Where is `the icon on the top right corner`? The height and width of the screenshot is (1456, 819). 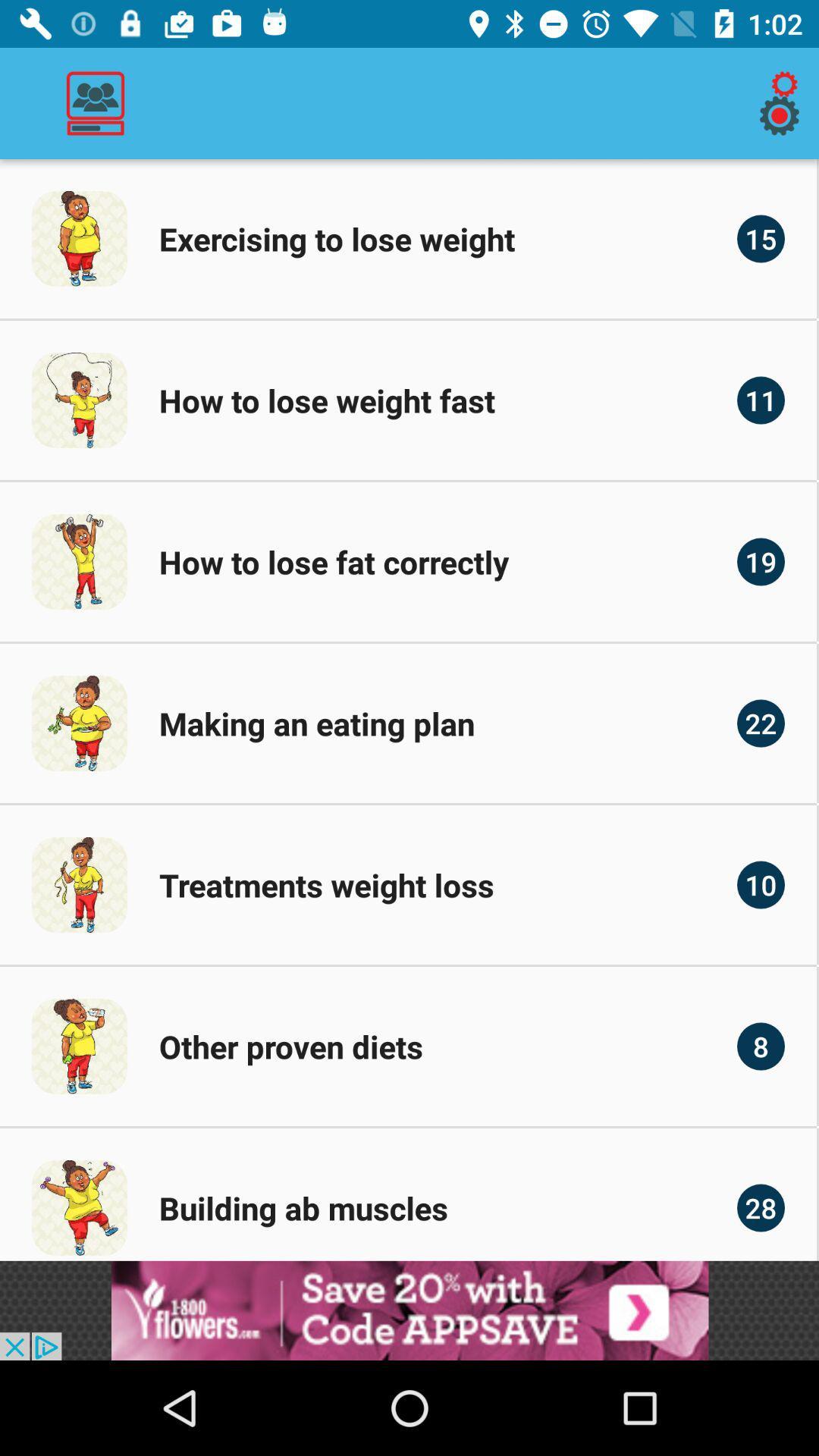
the icon on the top right corner is located at coordinates (783, 103).